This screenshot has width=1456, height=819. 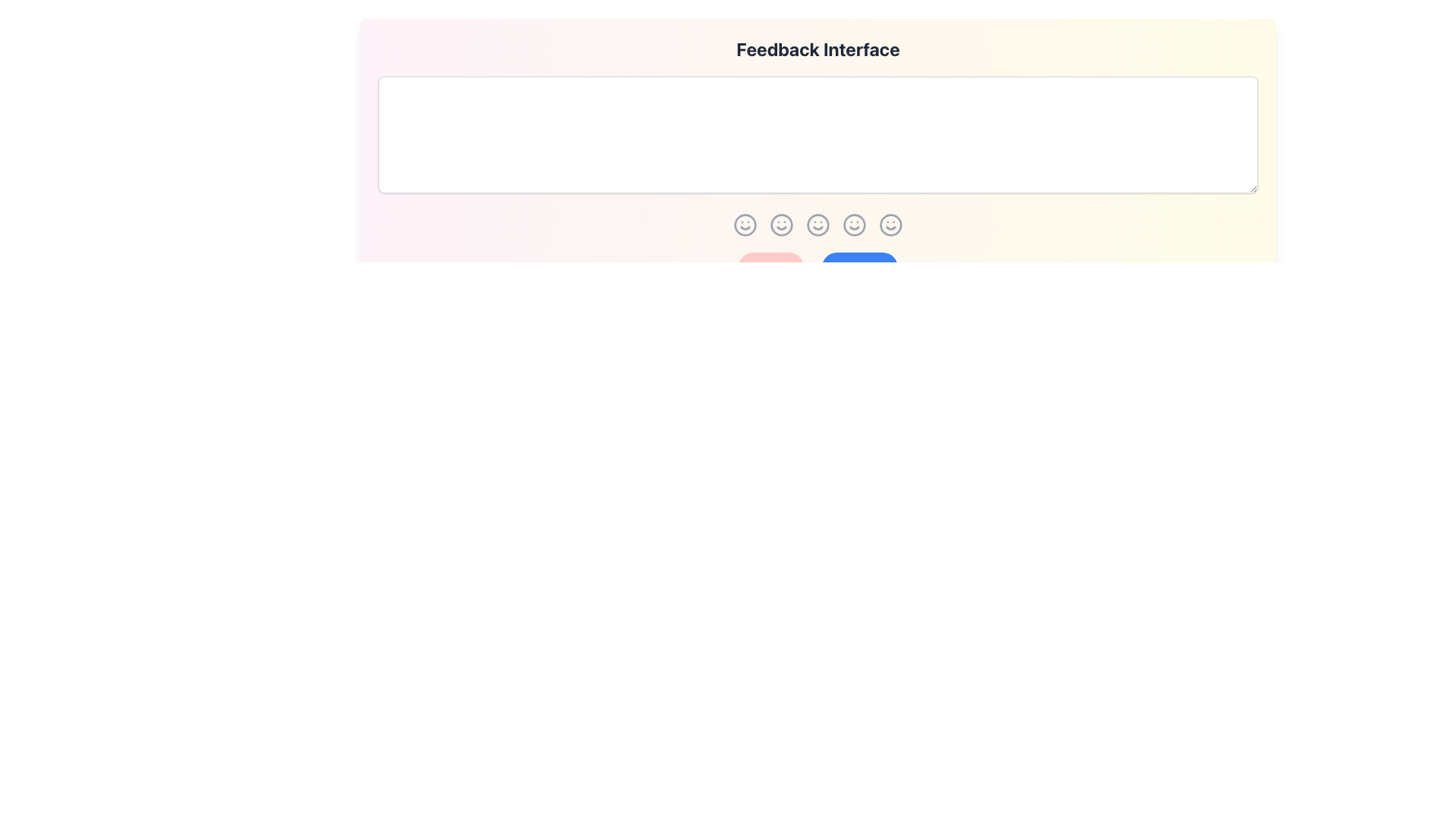 I want to click on the Header Text element which serves as the title for the user feedback section, so click(x=817, y=49).